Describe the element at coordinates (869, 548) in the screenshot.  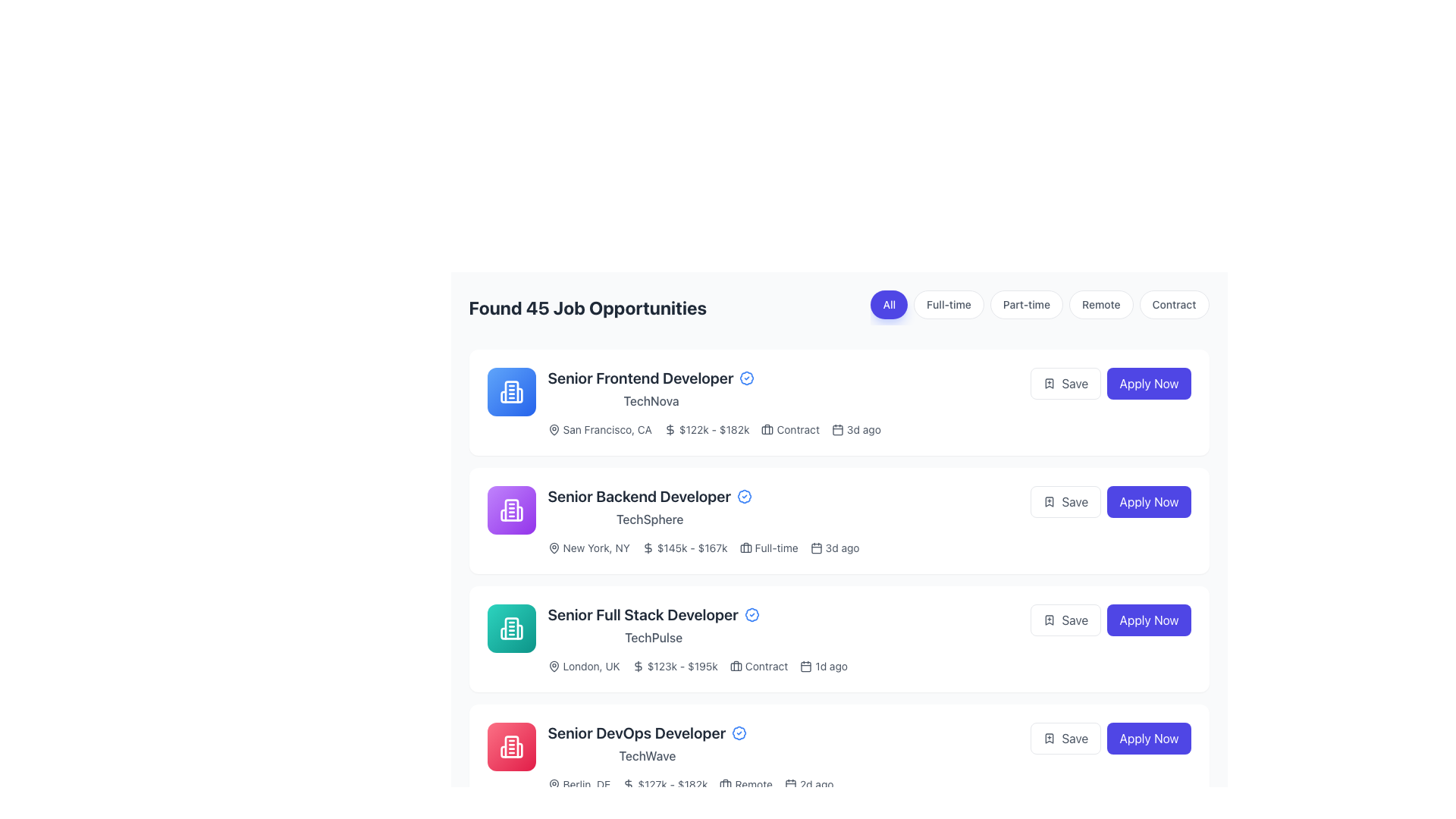
I see `the informational metadata row located beneath the title 'Senior Backend Developer' and above the 'Save' and 'Apply Now' buttons in the second job listing by TechSphere` at that location.